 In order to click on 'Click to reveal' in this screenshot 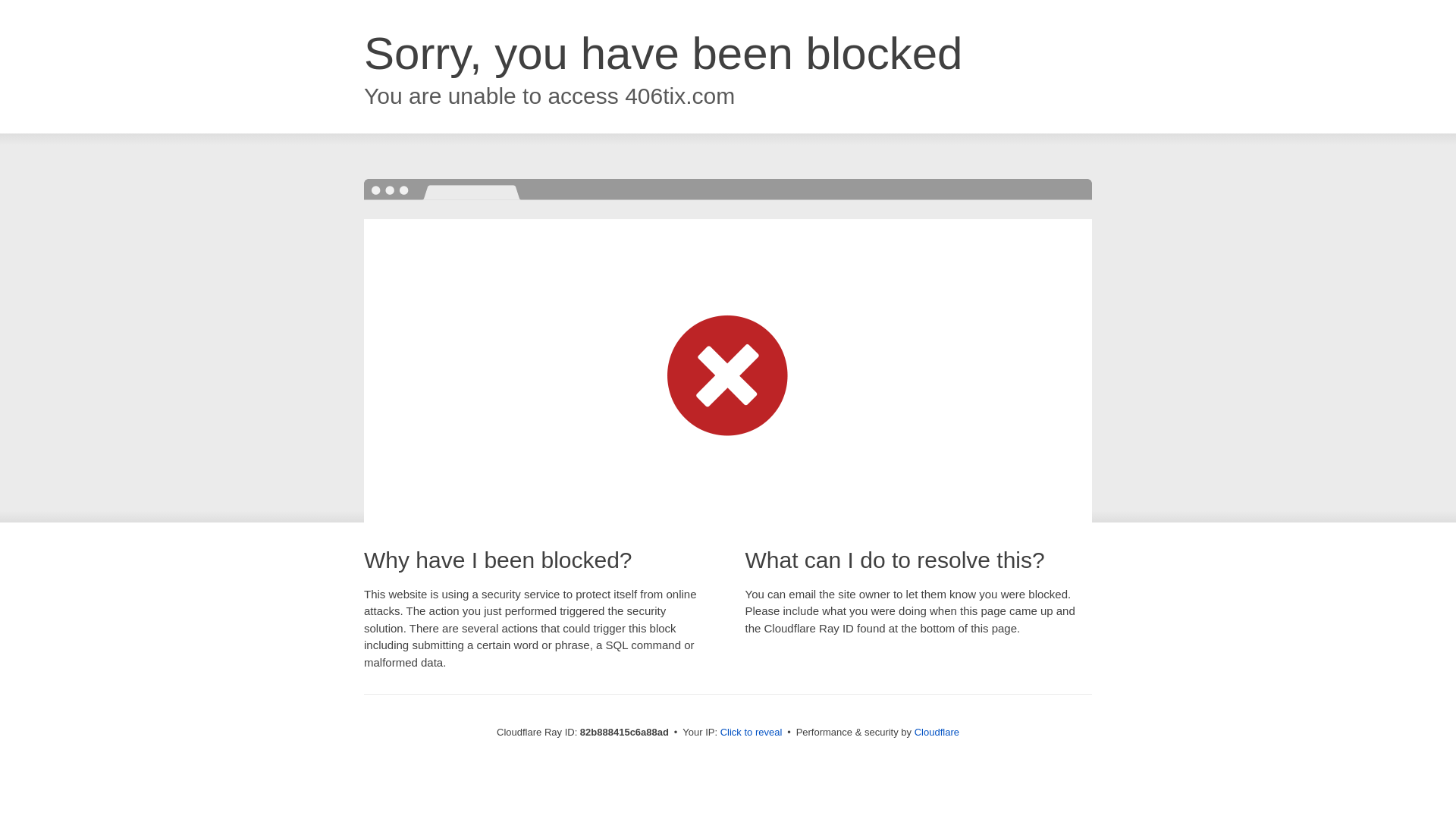, I will do `click(720, 731)`.